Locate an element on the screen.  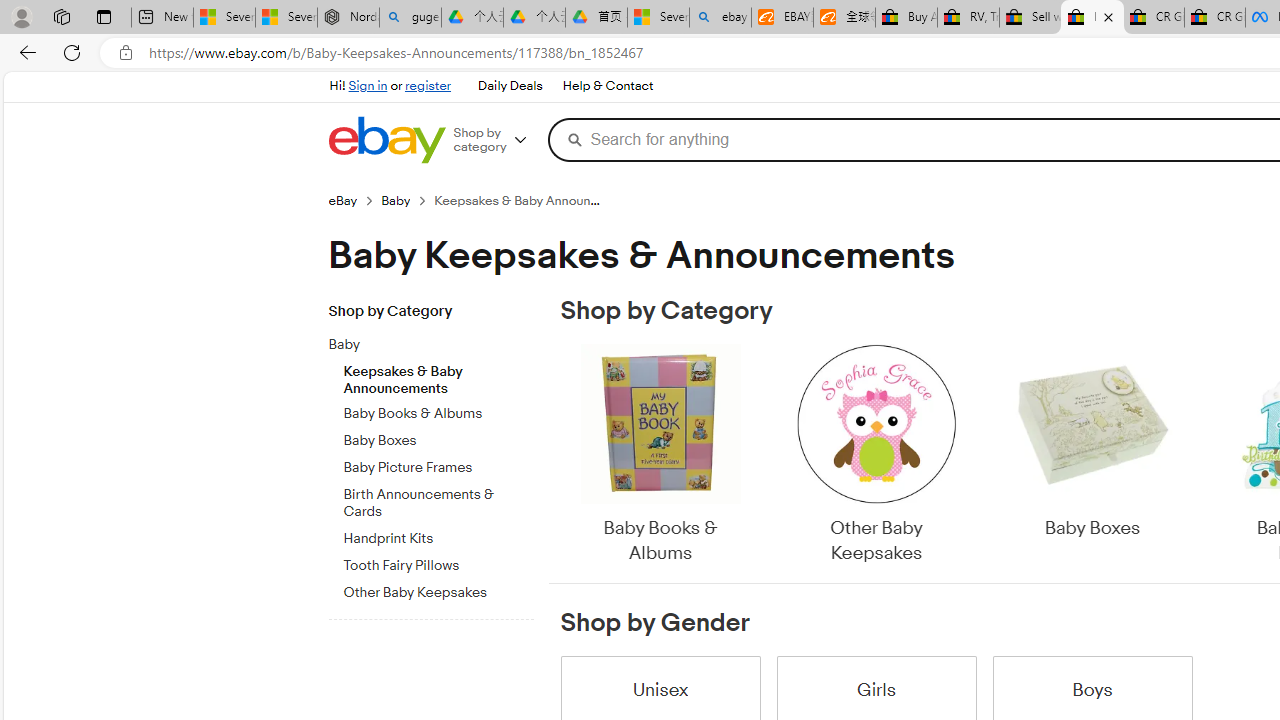
'eBay' is located at coordinates (354, 200).